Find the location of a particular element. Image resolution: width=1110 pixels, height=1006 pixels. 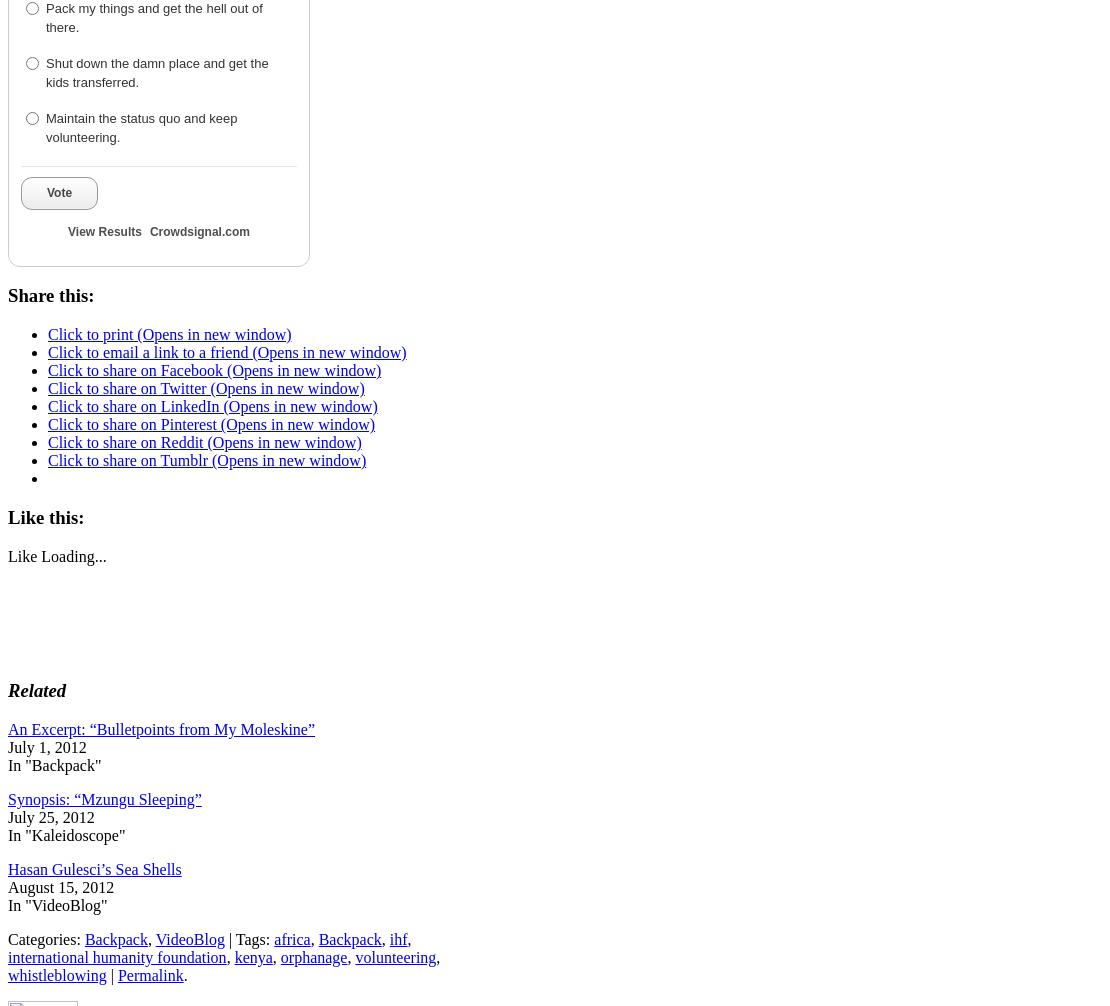

'Vote' is located at coordinates (58, 192).